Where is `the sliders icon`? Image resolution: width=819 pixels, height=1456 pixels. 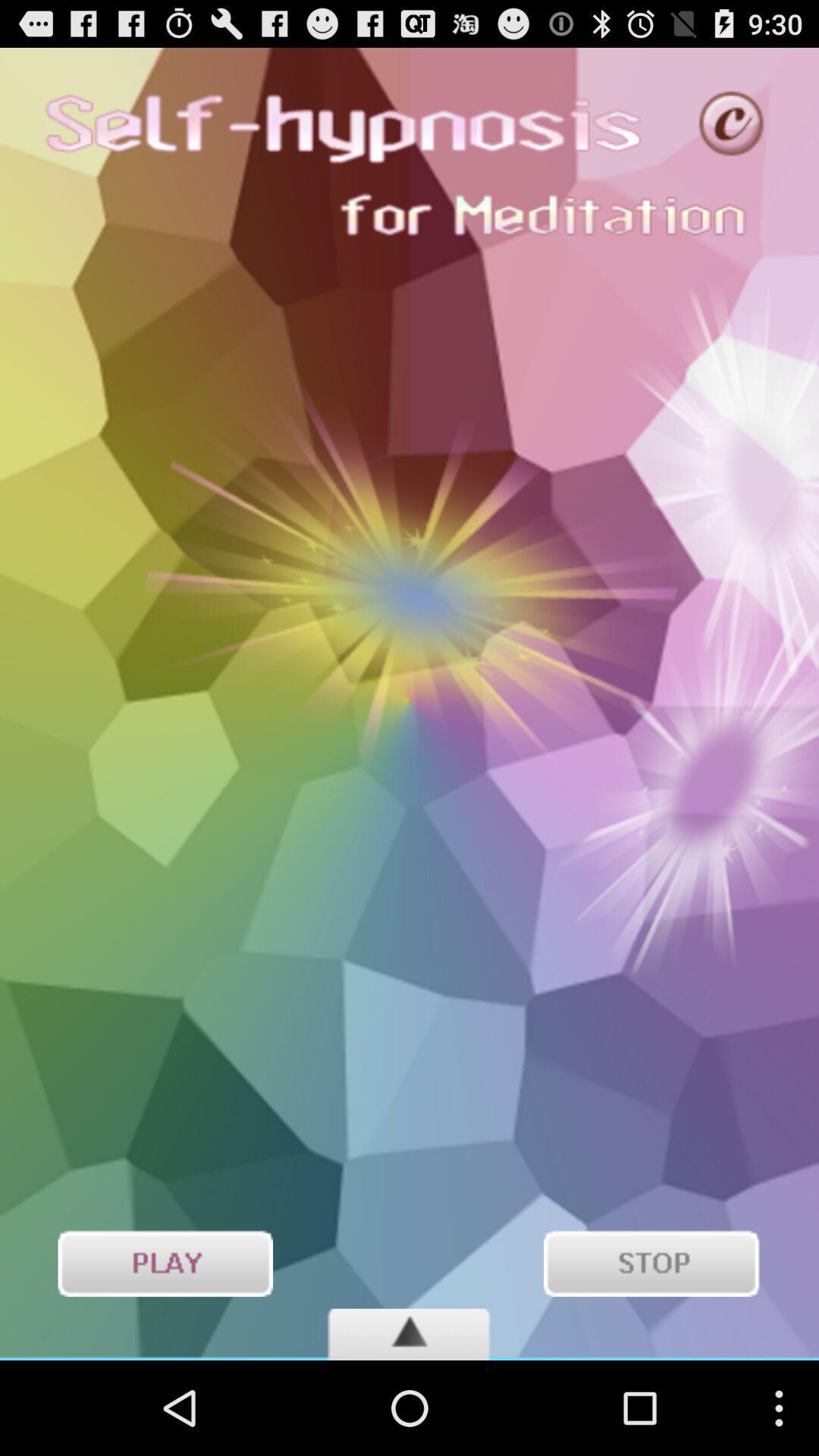 the sliders icon is located at coordinates (165, 1351).